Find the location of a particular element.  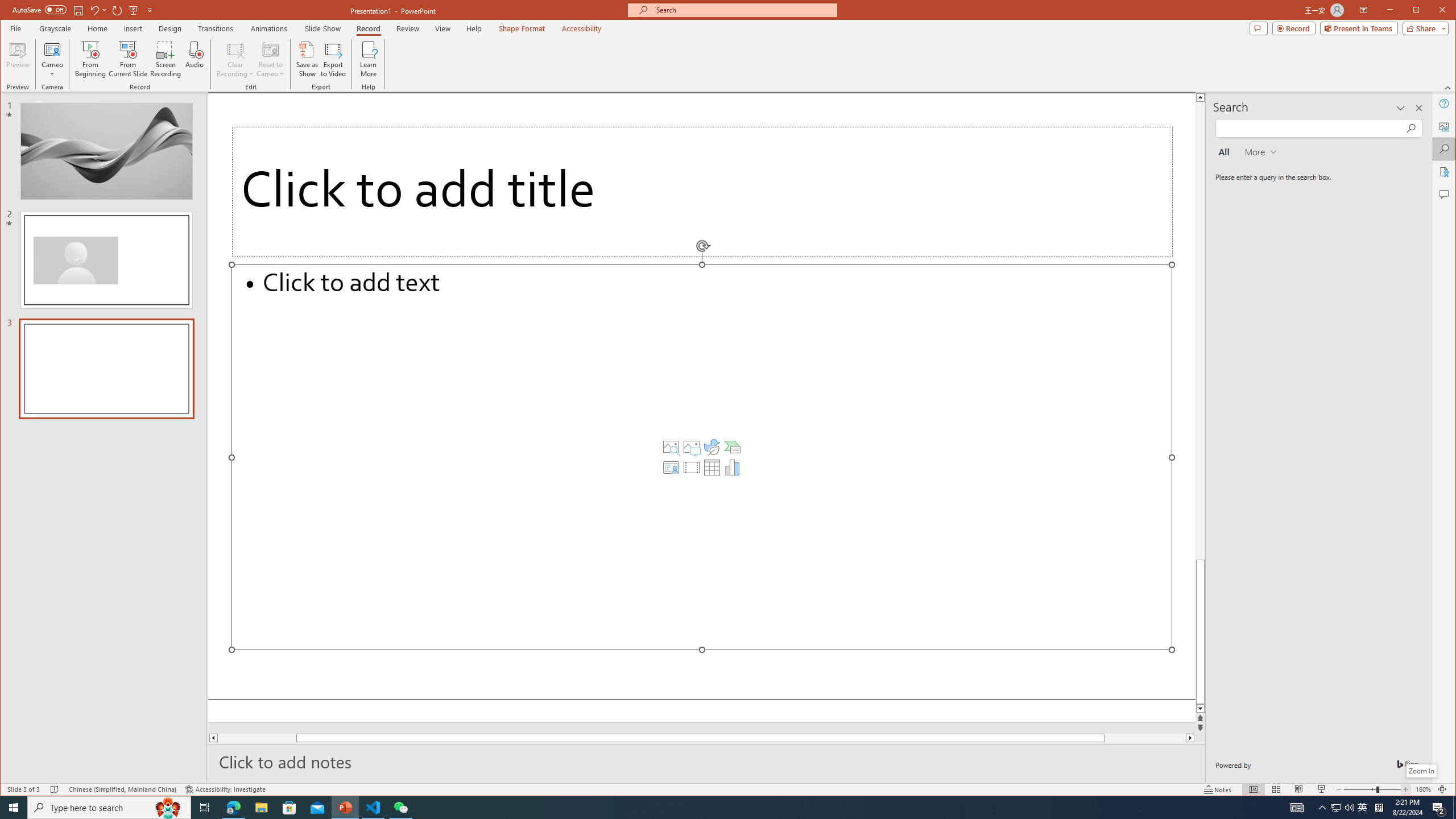

'Quick Access Toolbar' is located at coordinates (83, 10).